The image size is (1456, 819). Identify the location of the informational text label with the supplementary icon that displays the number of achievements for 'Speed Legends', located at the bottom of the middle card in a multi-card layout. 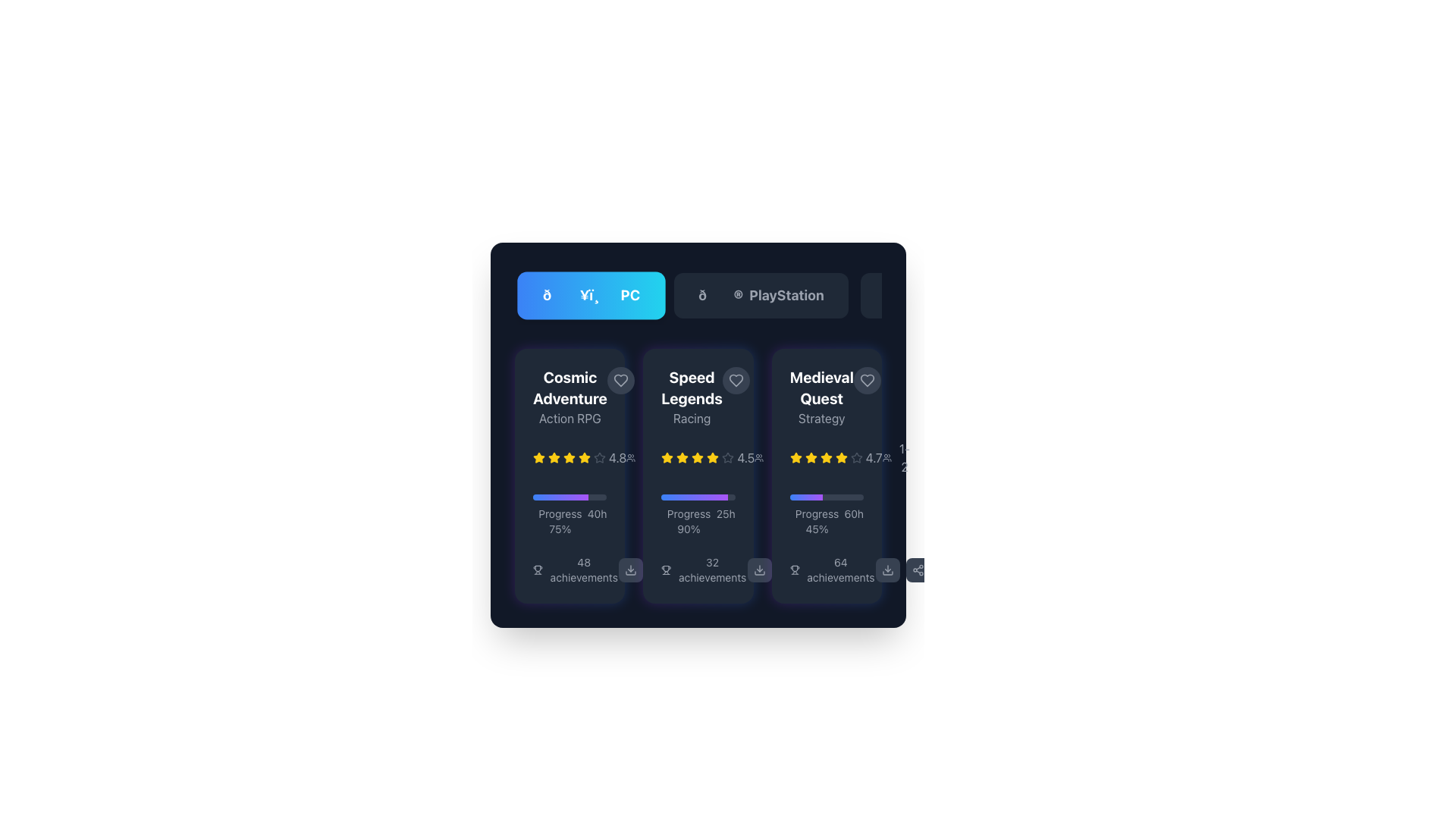
(698, 570).